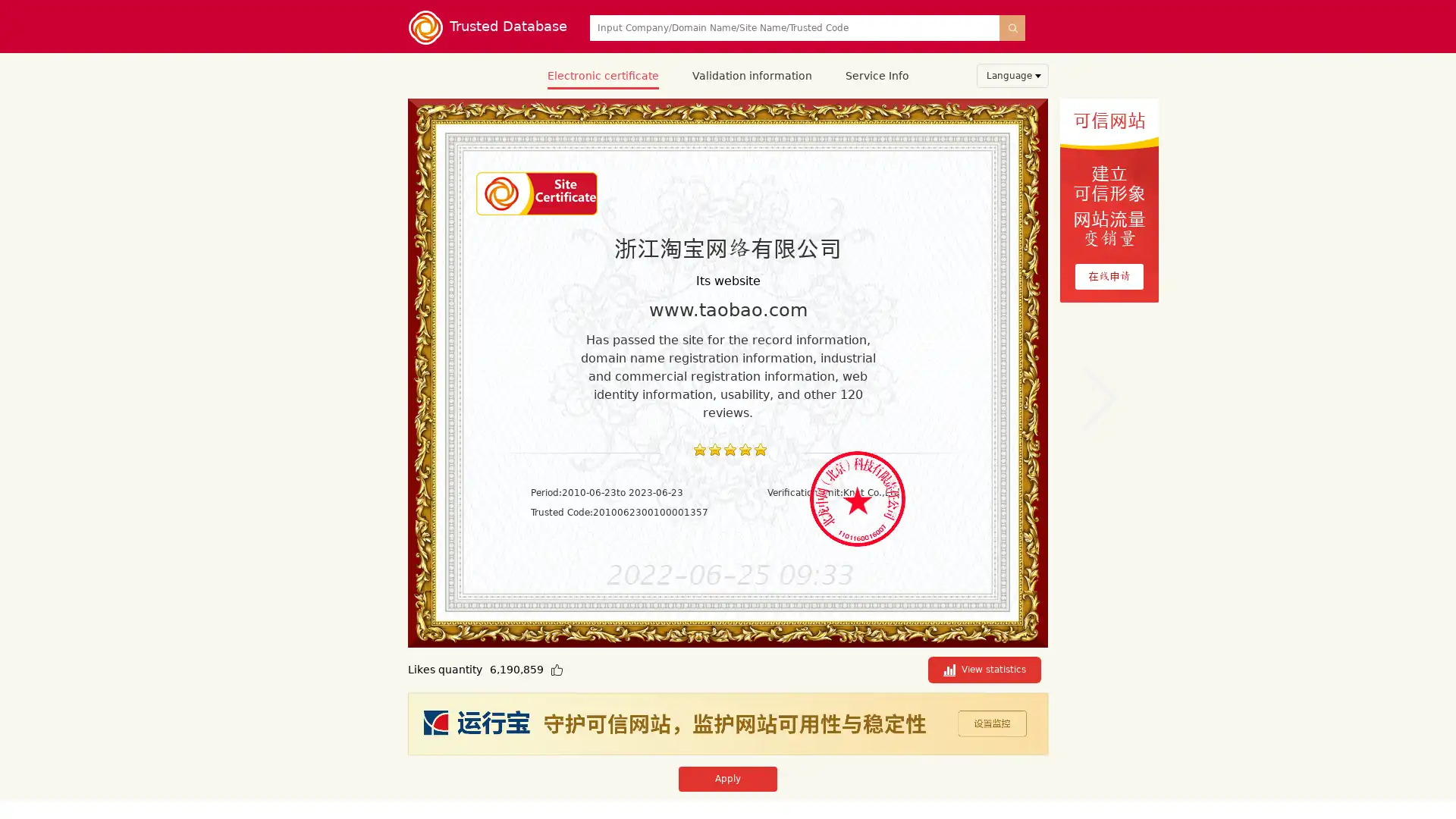 Image resolution: width=1456 pixels, height=819 pixels. What do you see at coordinates (1012, 28) in the screenshot?
I see `Inquiry` at bounding box center [1012, 28].